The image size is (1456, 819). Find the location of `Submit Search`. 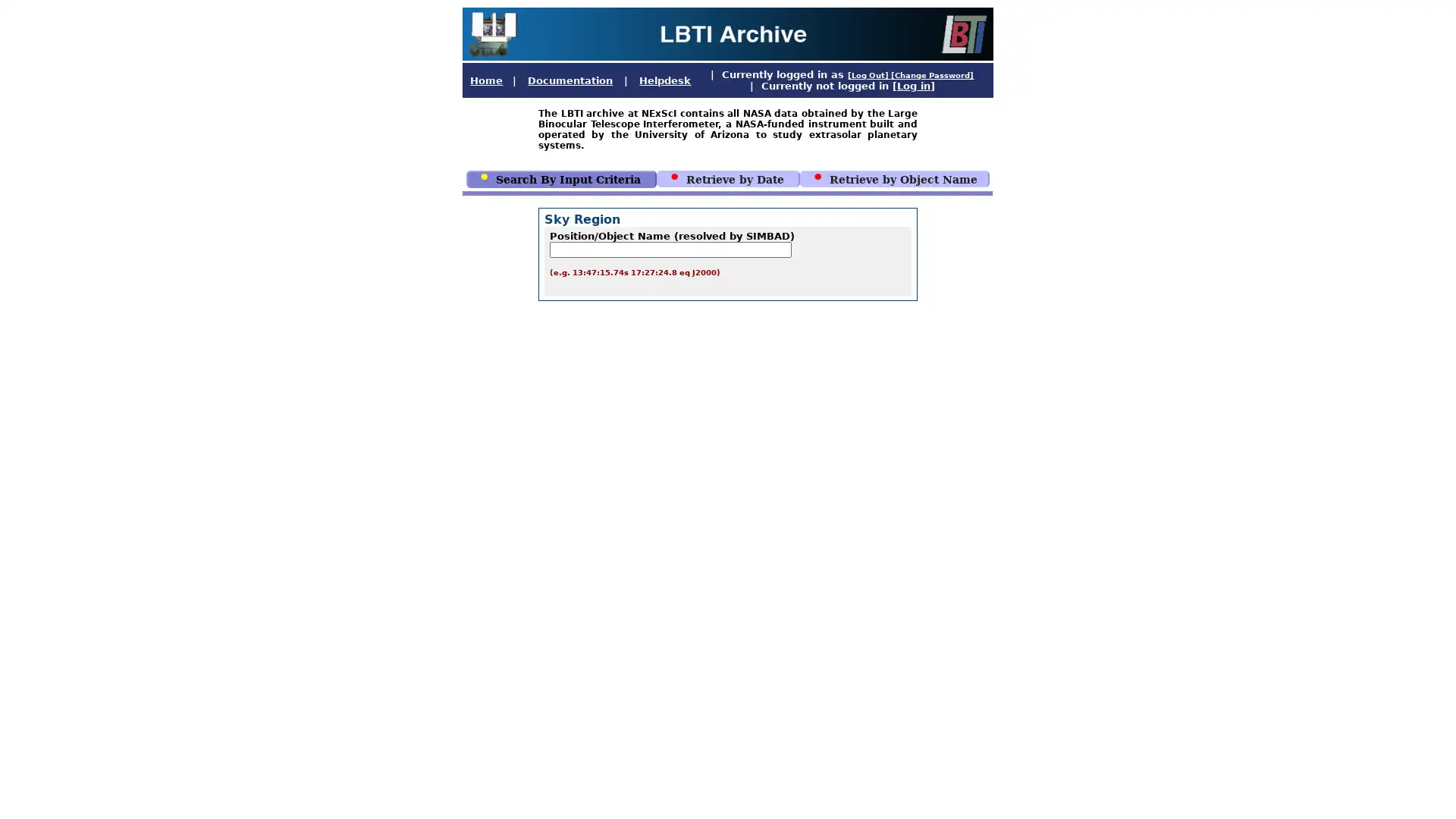

Submit Search is located at coordinates (695, 468).